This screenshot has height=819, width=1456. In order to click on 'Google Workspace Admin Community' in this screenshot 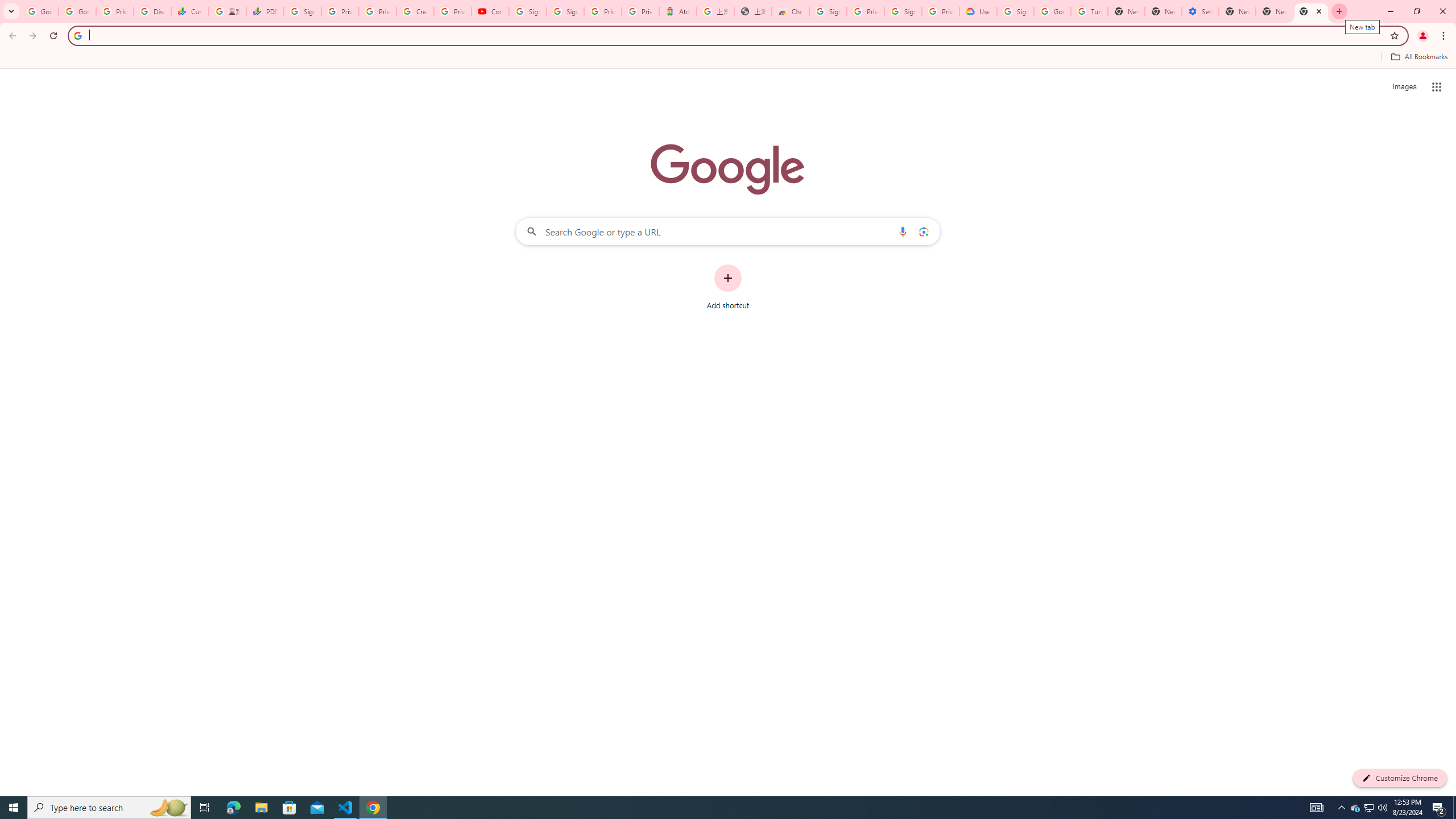, I will do `click(39, 11)`.